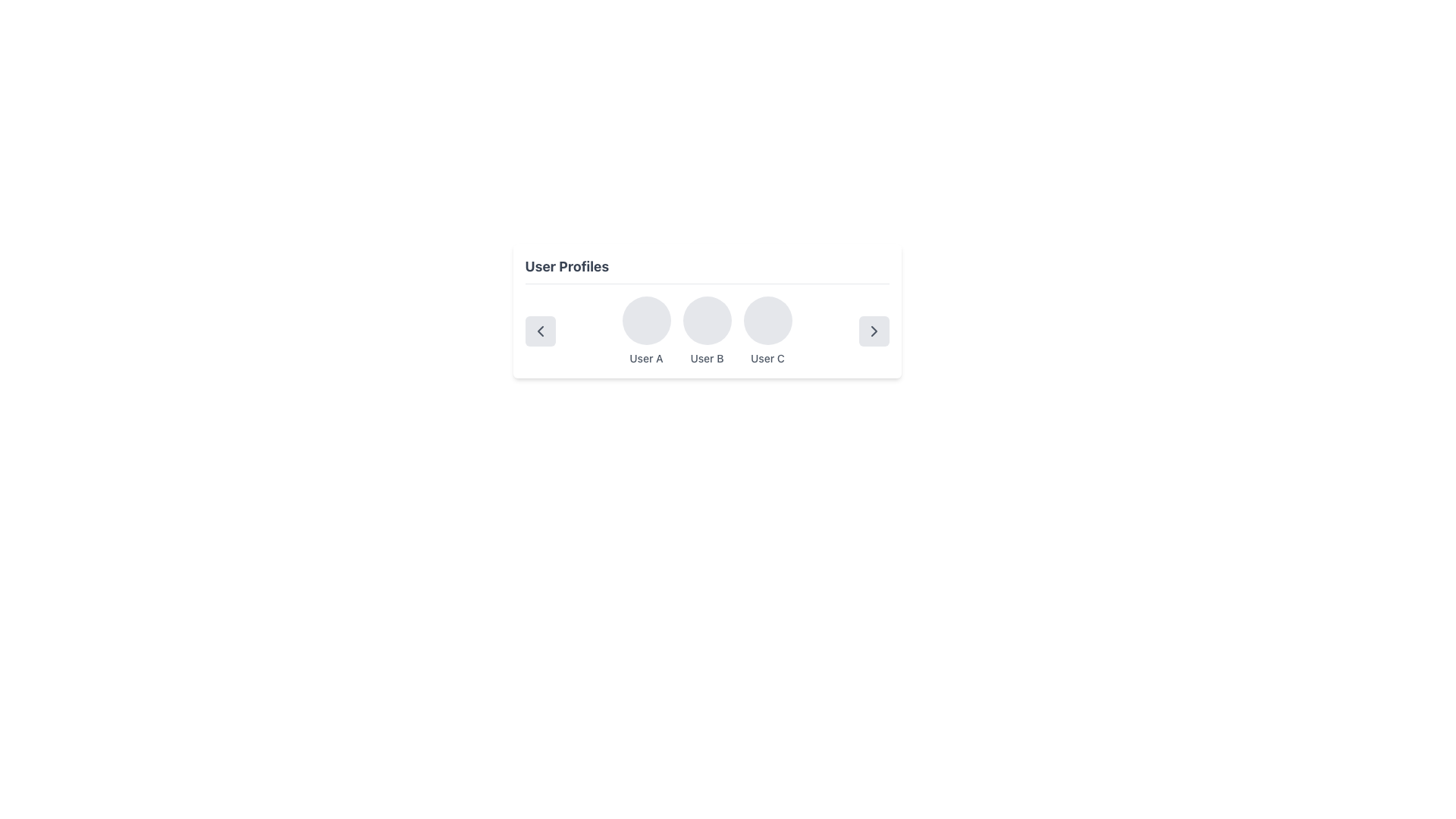 Image resolution: width=1456 pixels, height=819 pixels. I want to click on the text label reading 'User Profiles', which is styled in bold and dark grey, located prominently at the top of the section, so click(566, 265).